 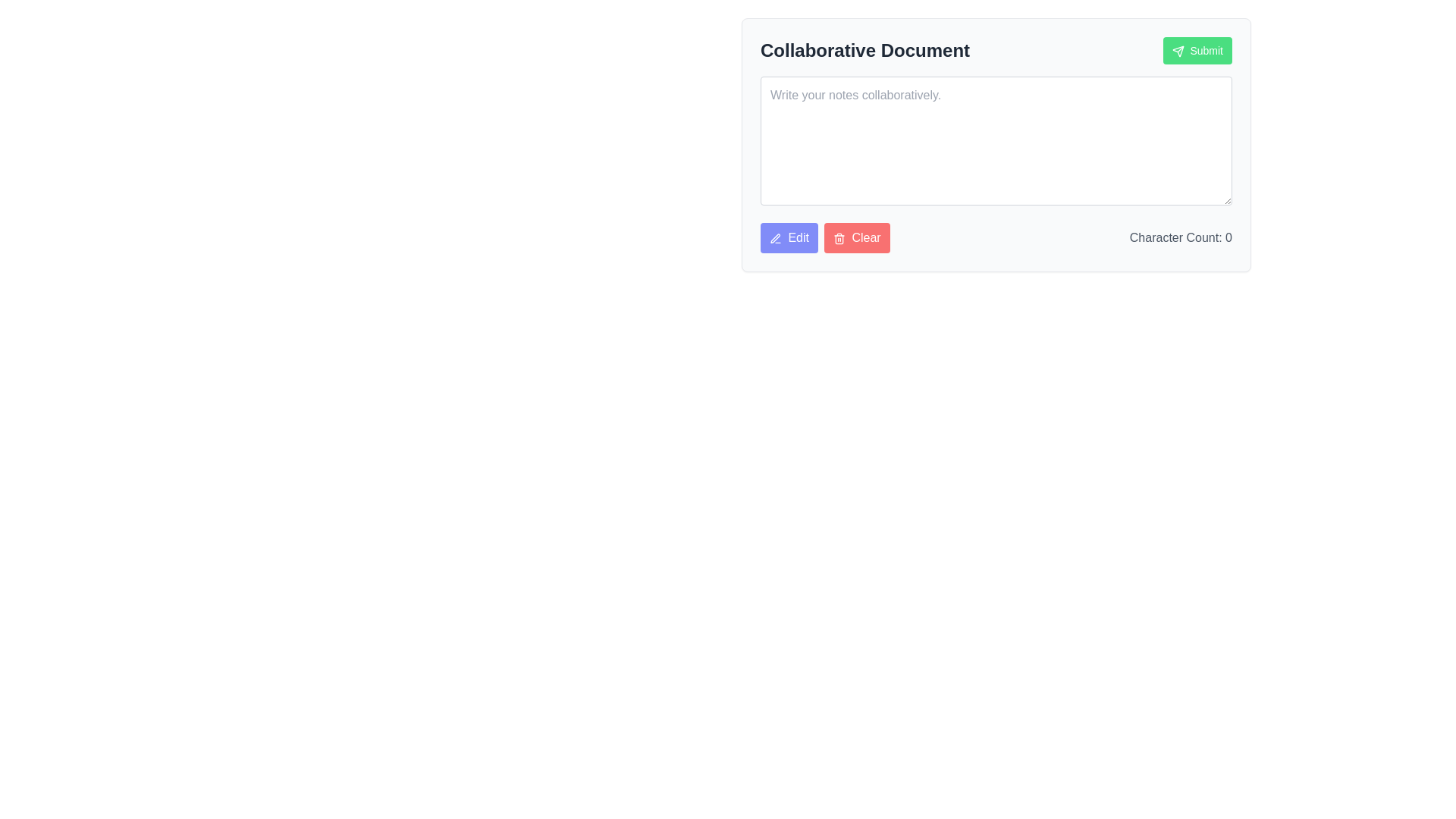 I want to click on the deletion icon located within the 'Clear' button at the bottom-right corner, so click(x=839, y=238).